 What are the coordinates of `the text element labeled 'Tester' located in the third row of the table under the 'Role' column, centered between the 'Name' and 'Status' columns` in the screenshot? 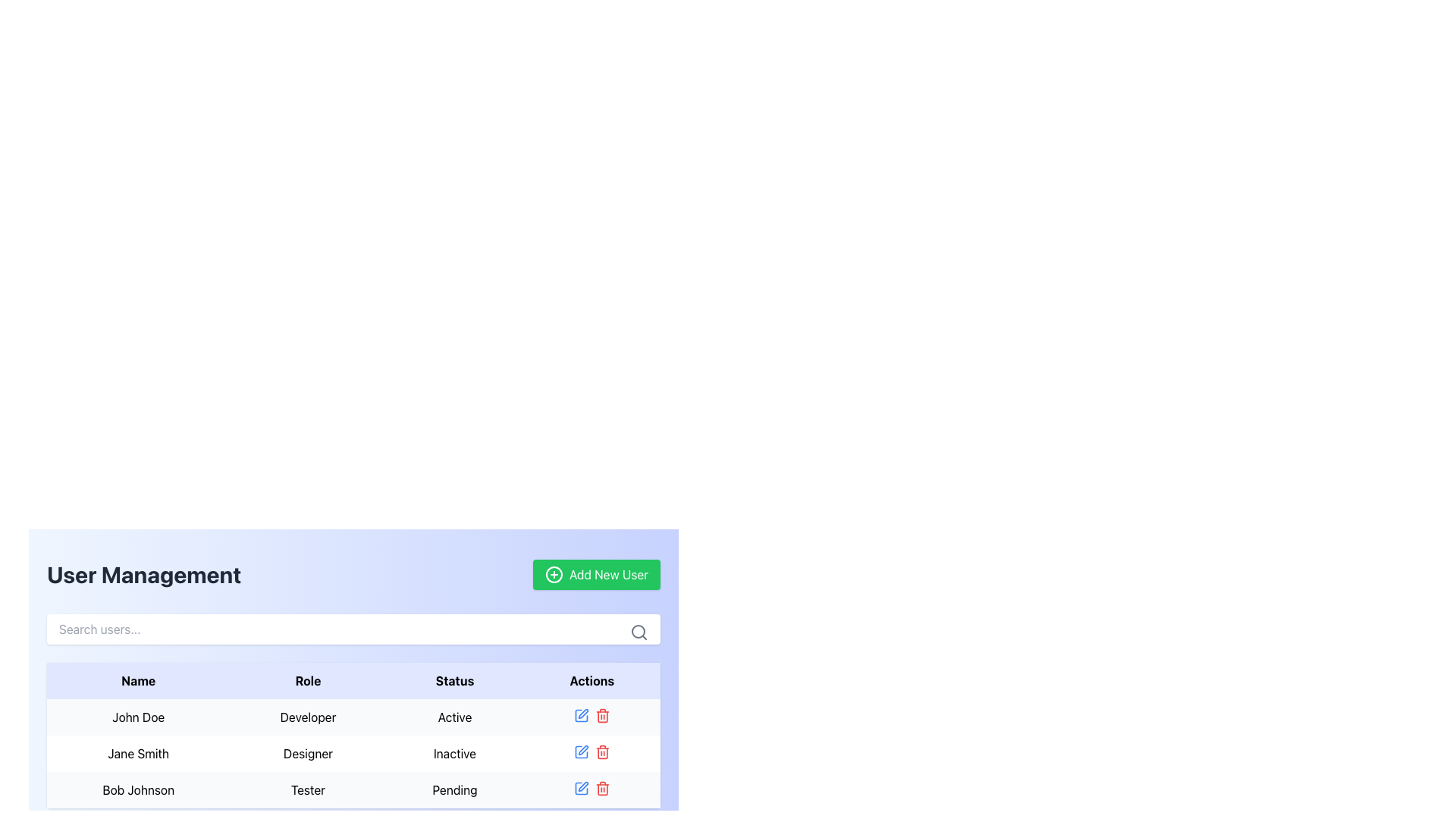 It's located at (307, 789).